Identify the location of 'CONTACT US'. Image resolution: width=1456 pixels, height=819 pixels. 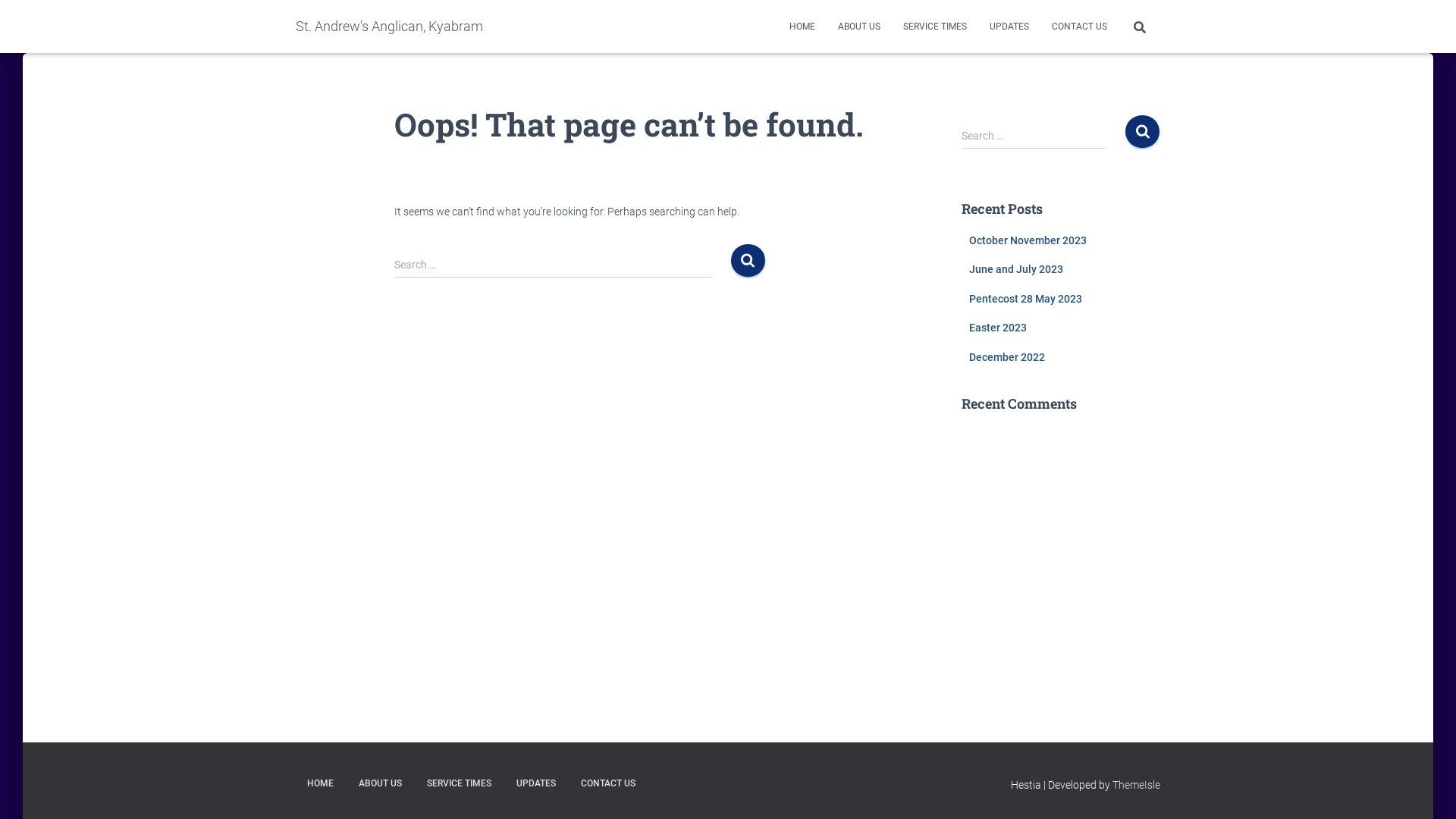
(1078, 26).